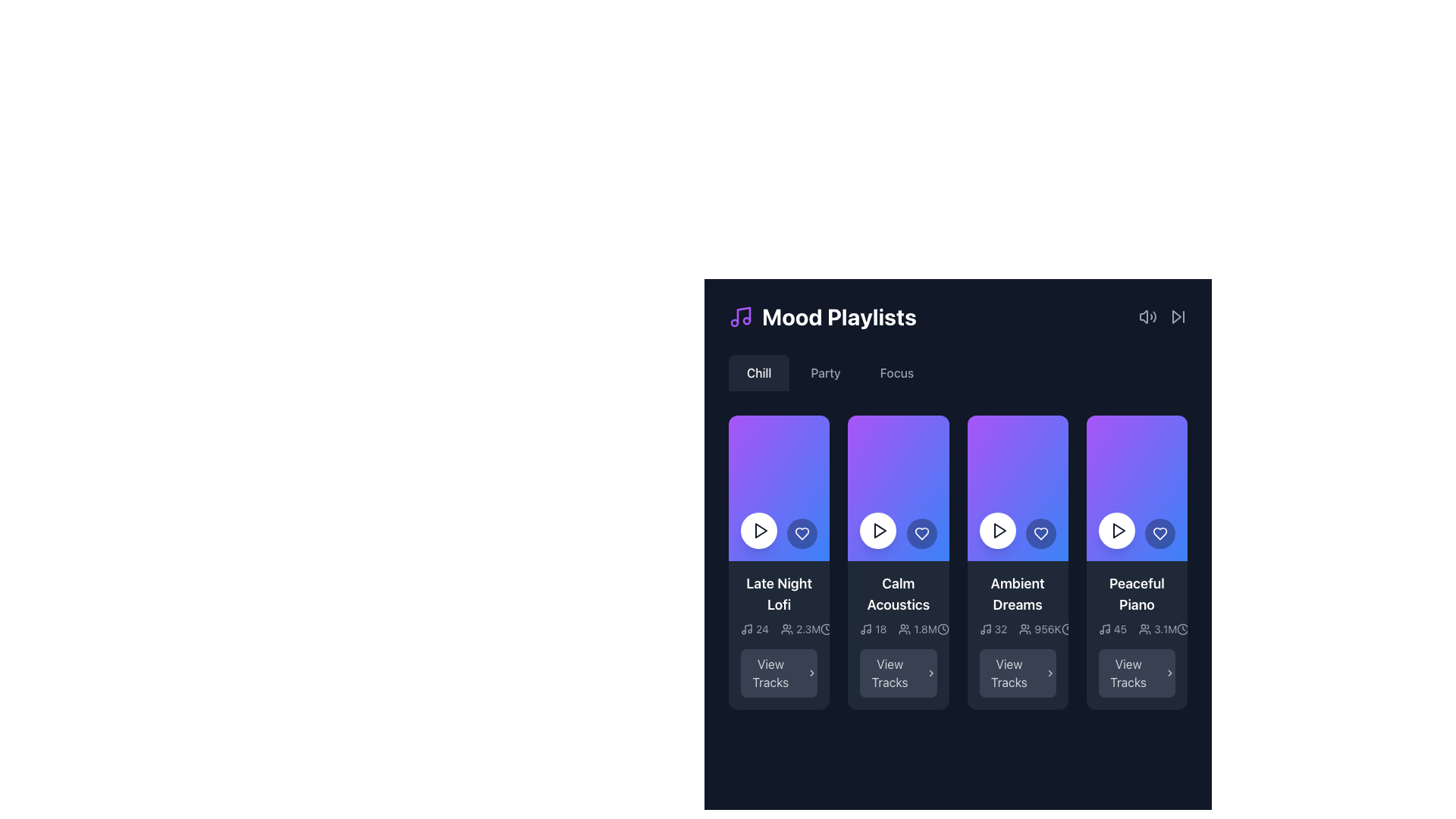 The width and height of the screenshot is (1456, 819). Describe the element at coordinates (761, 529) in the screenshot. I see `the play button icon located in the first playlist card labeled 'Late Night Lofi'` at that location.